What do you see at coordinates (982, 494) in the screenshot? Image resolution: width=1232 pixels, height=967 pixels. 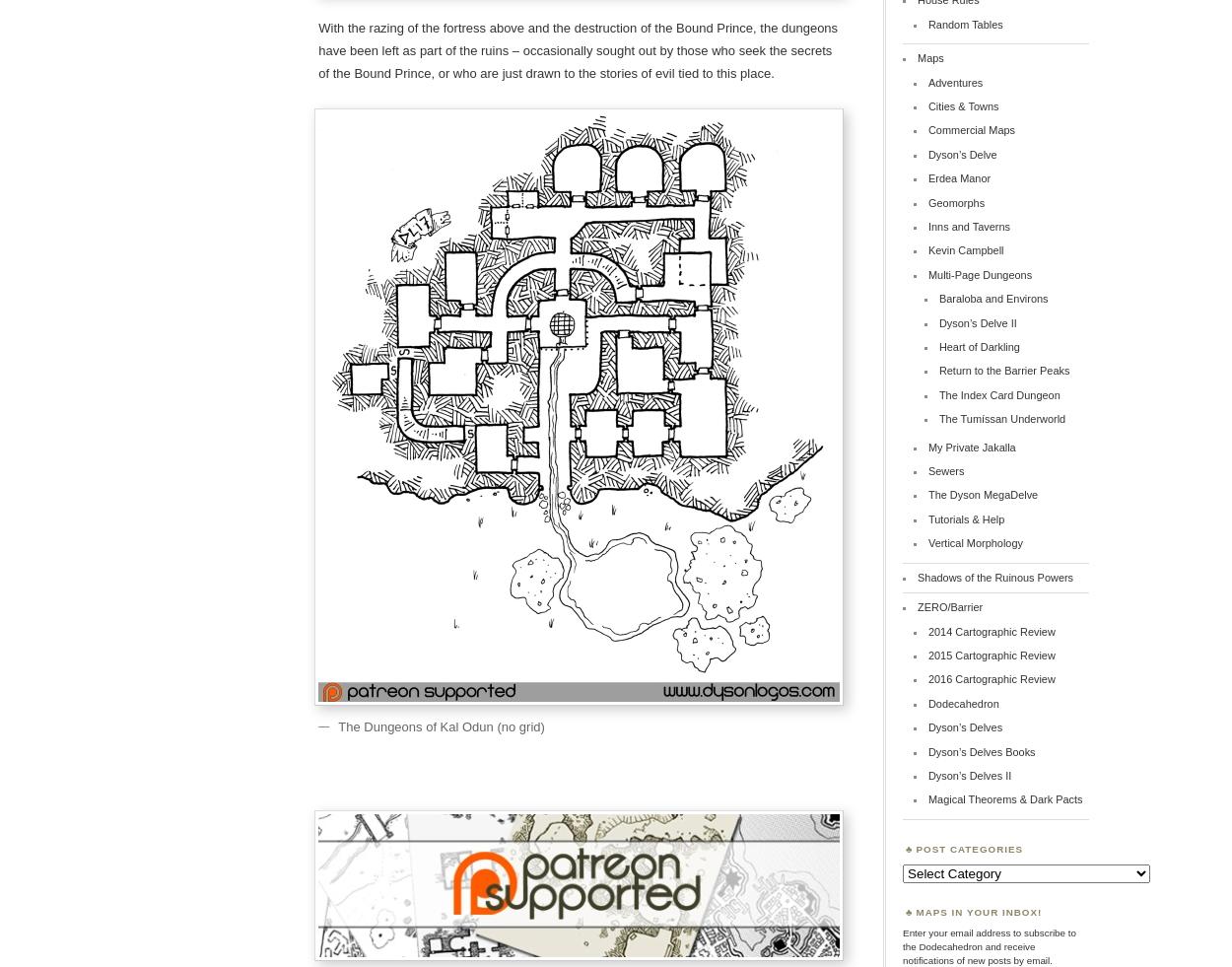 I see `'The Dyson MegaDelve'` at bounding box center [982, 494].